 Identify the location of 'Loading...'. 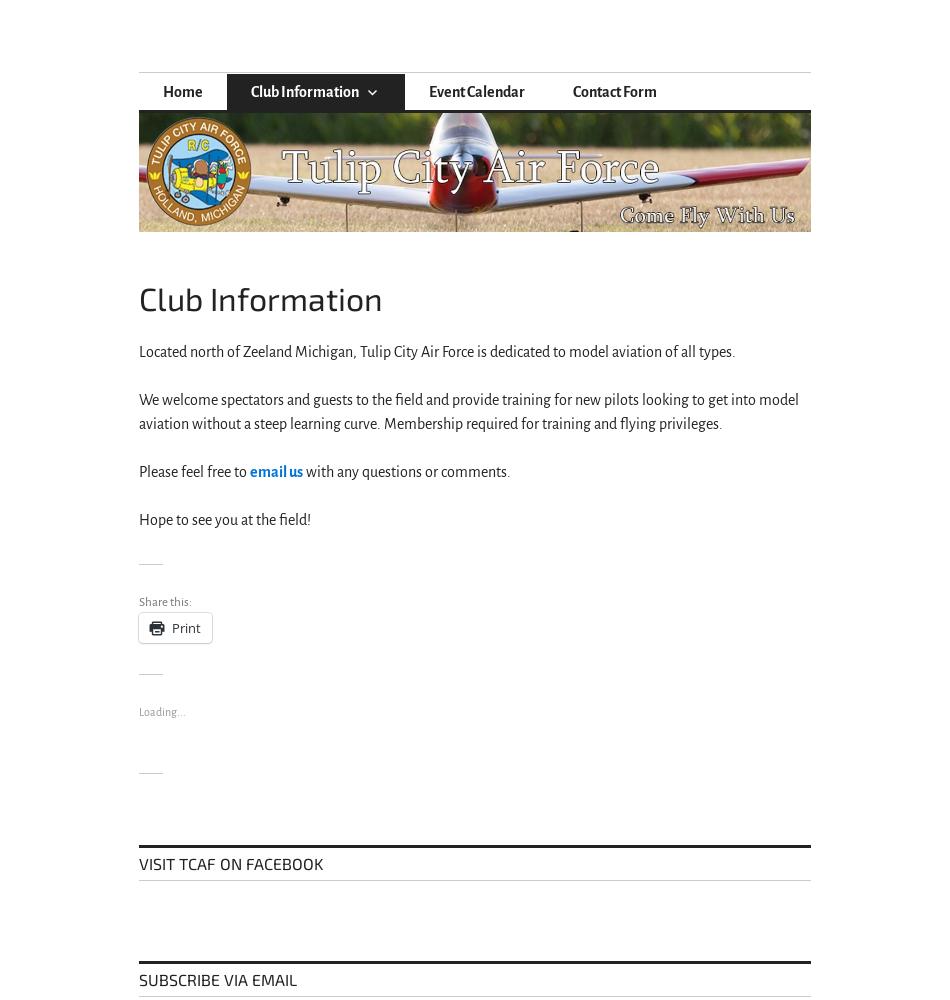
(138, 711).